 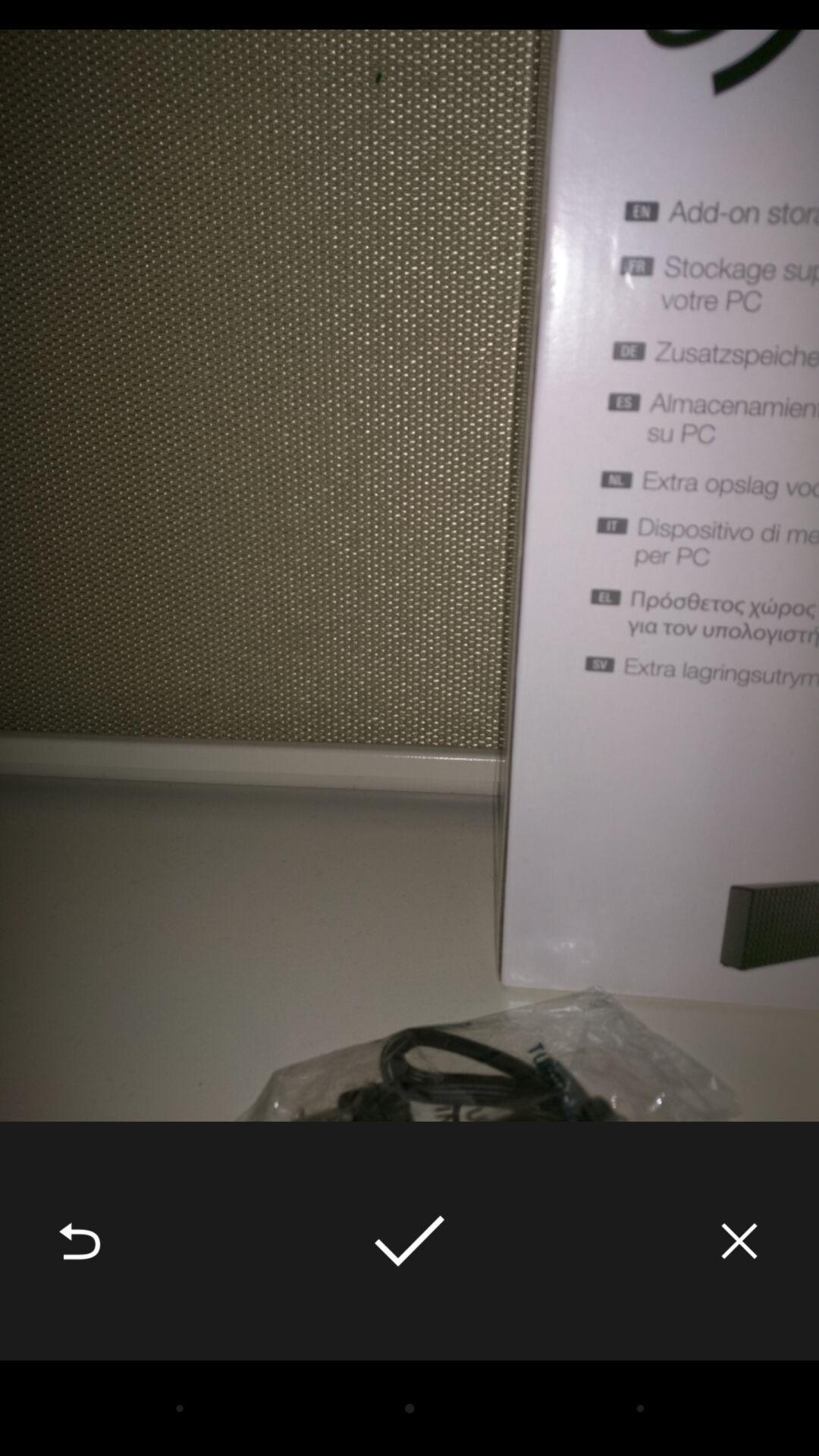 What do you see at coordinates (79, 1241) in the screenshot?
I see `icon at the bottom left corner` at bounding box center [79, 1241].